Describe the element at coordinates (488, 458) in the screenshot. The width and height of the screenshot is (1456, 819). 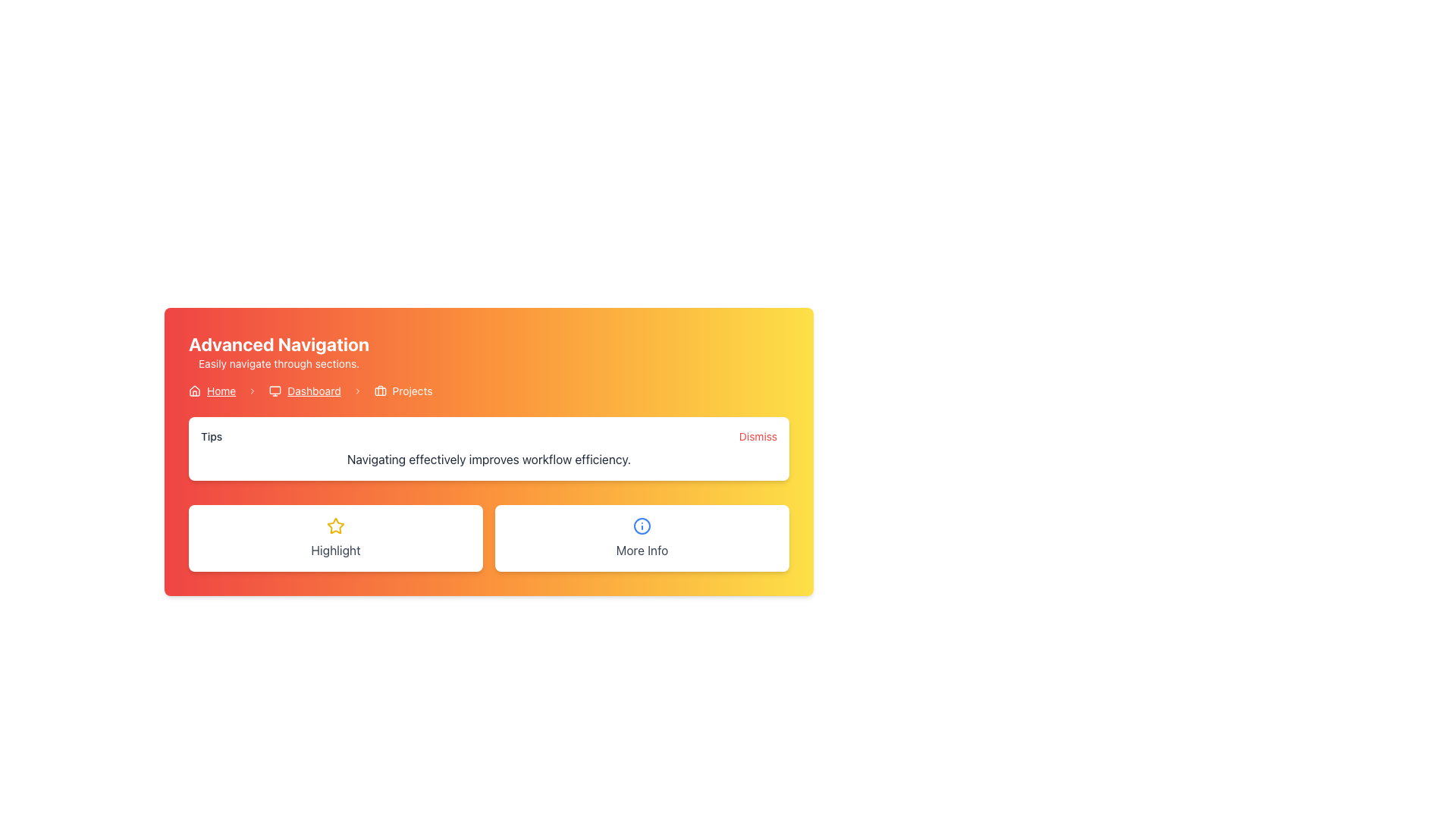
I see `text displayed in the Text Display element located below the 'Tips' header and above the 'Dismiss' button` at that location.